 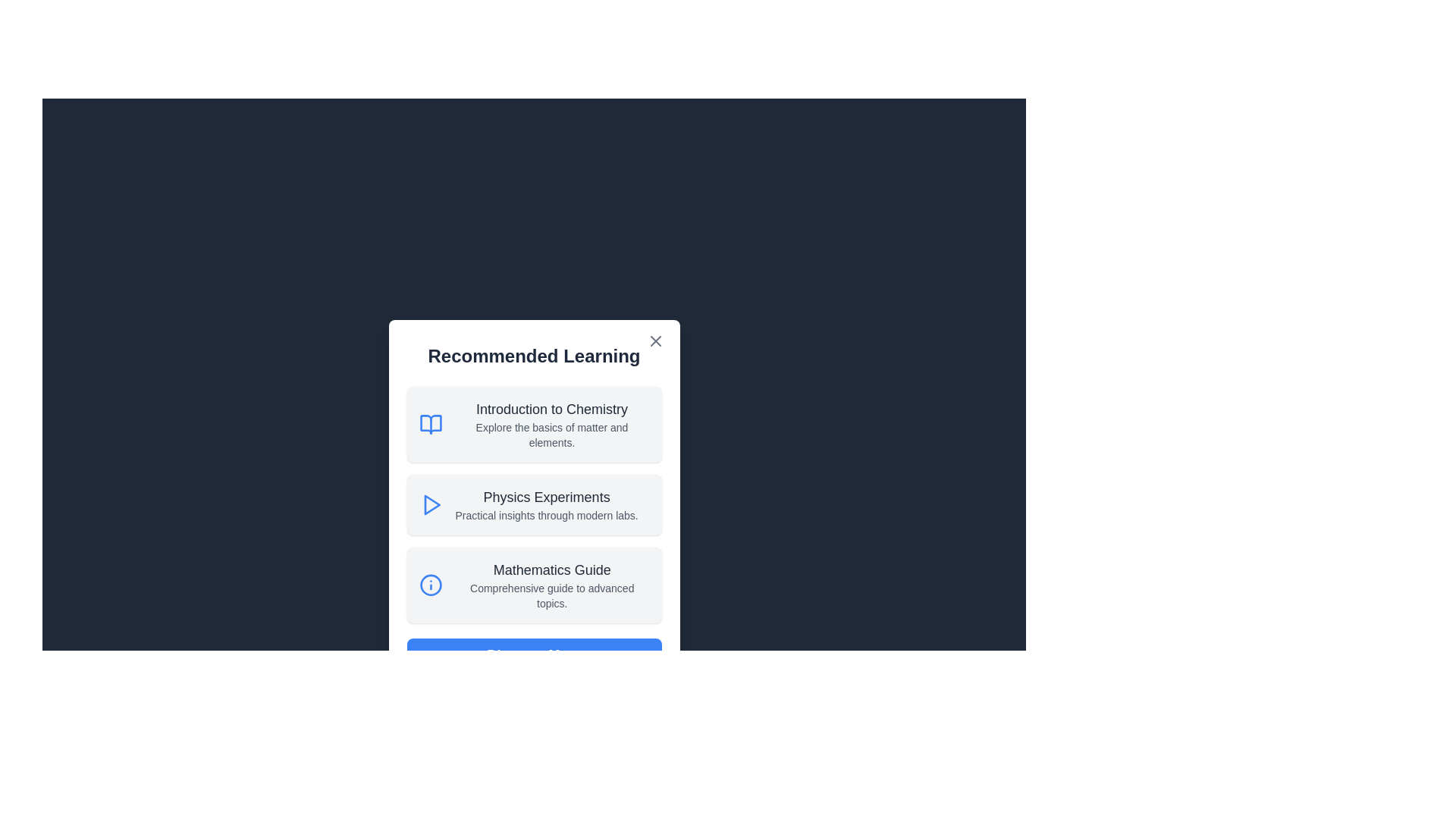 What do you see at coordinates (534, 424) in the screenshot?
I see `the first card in the 'Recommended Learning' section` at bounding box center [534, 424].